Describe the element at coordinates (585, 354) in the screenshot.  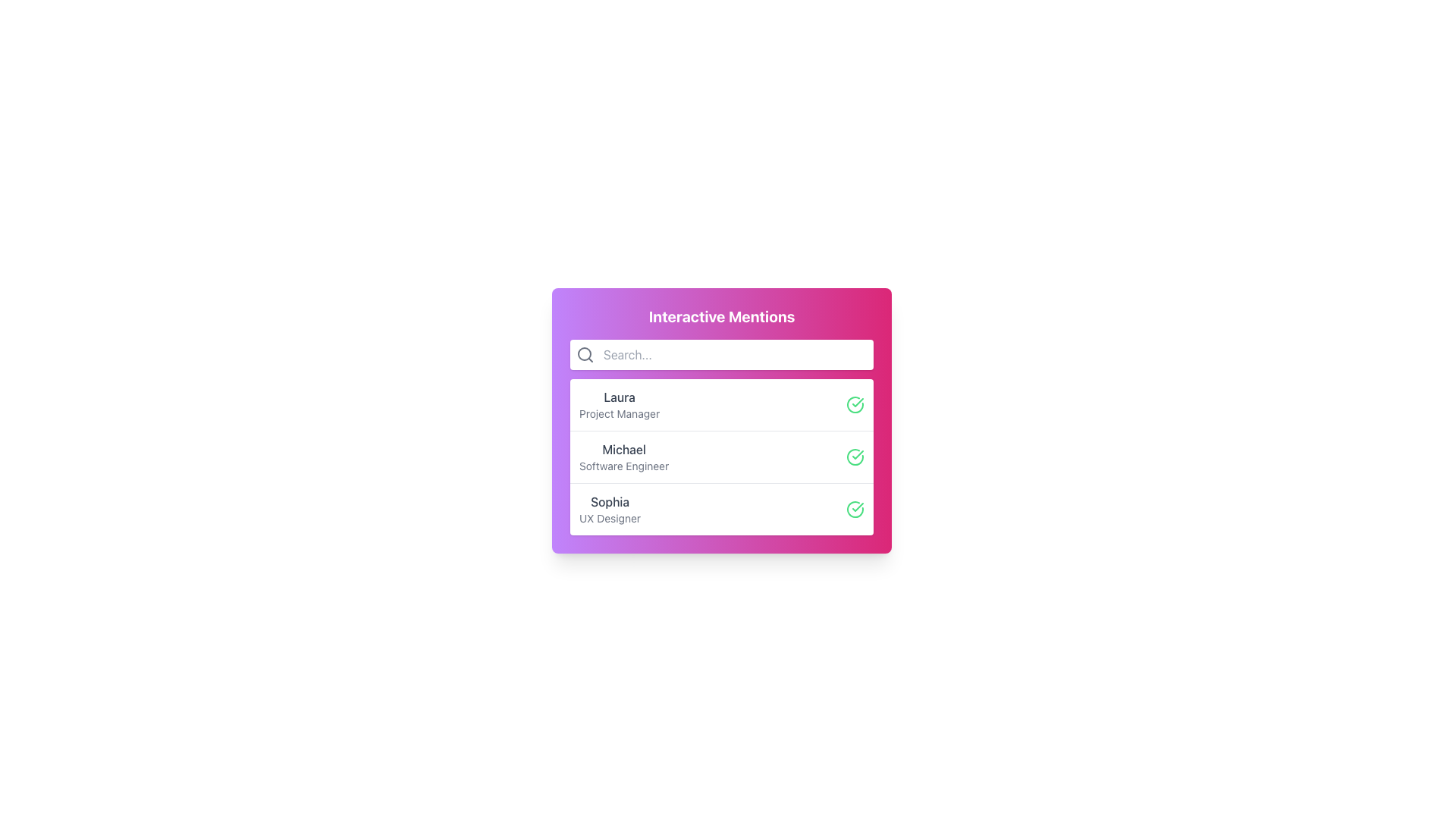
I see `the magnifying glass icon with a gray outline, which represents the search functionality, located to the left of the search input box displaying 'Search...'` at that location.